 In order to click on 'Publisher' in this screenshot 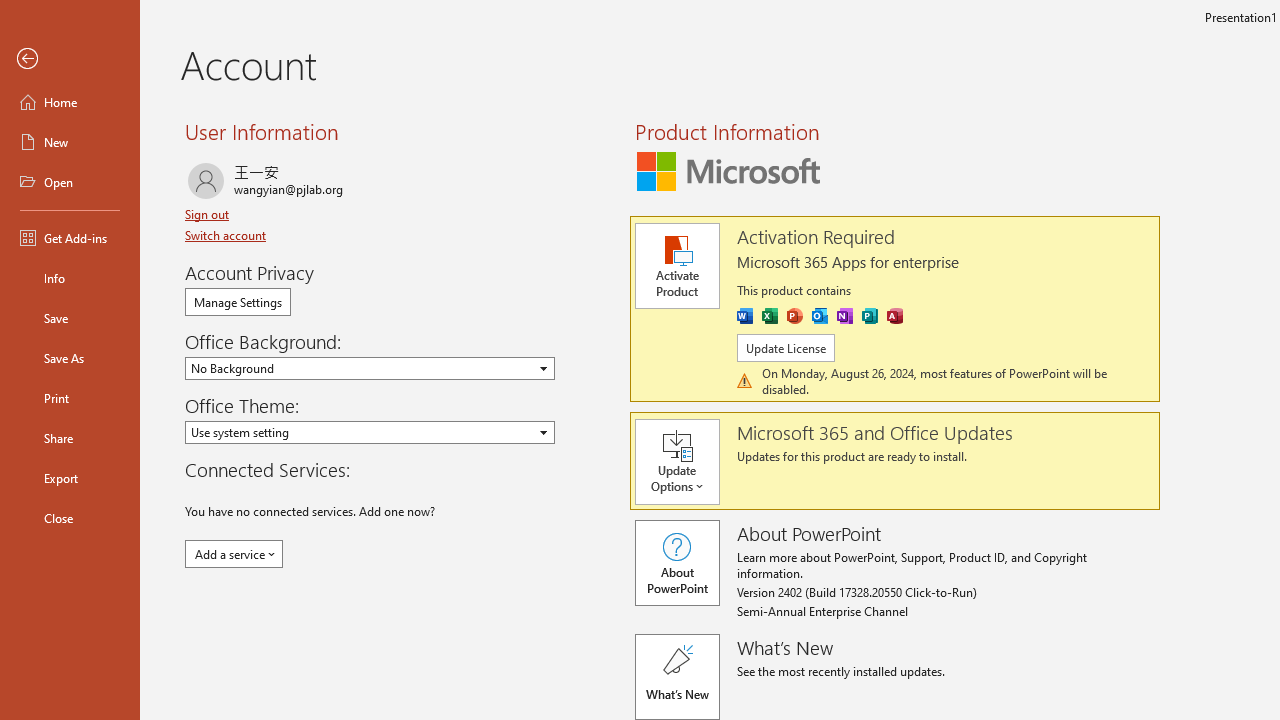, I will do `click(869, 315)`.